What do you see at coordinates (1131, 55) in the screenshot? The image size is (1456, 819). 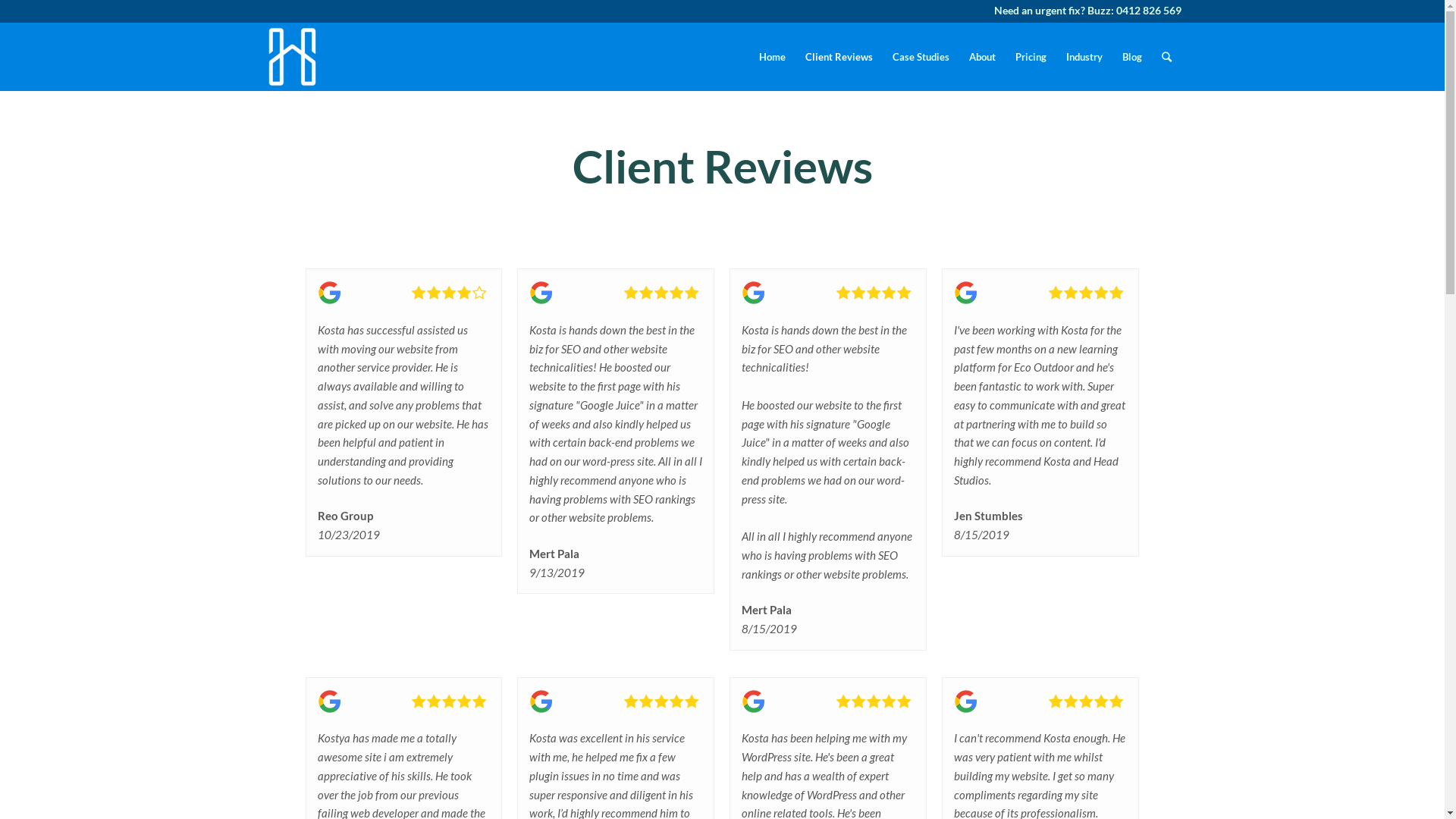 I see `'Blog'` at bounding box center [1131, 55].